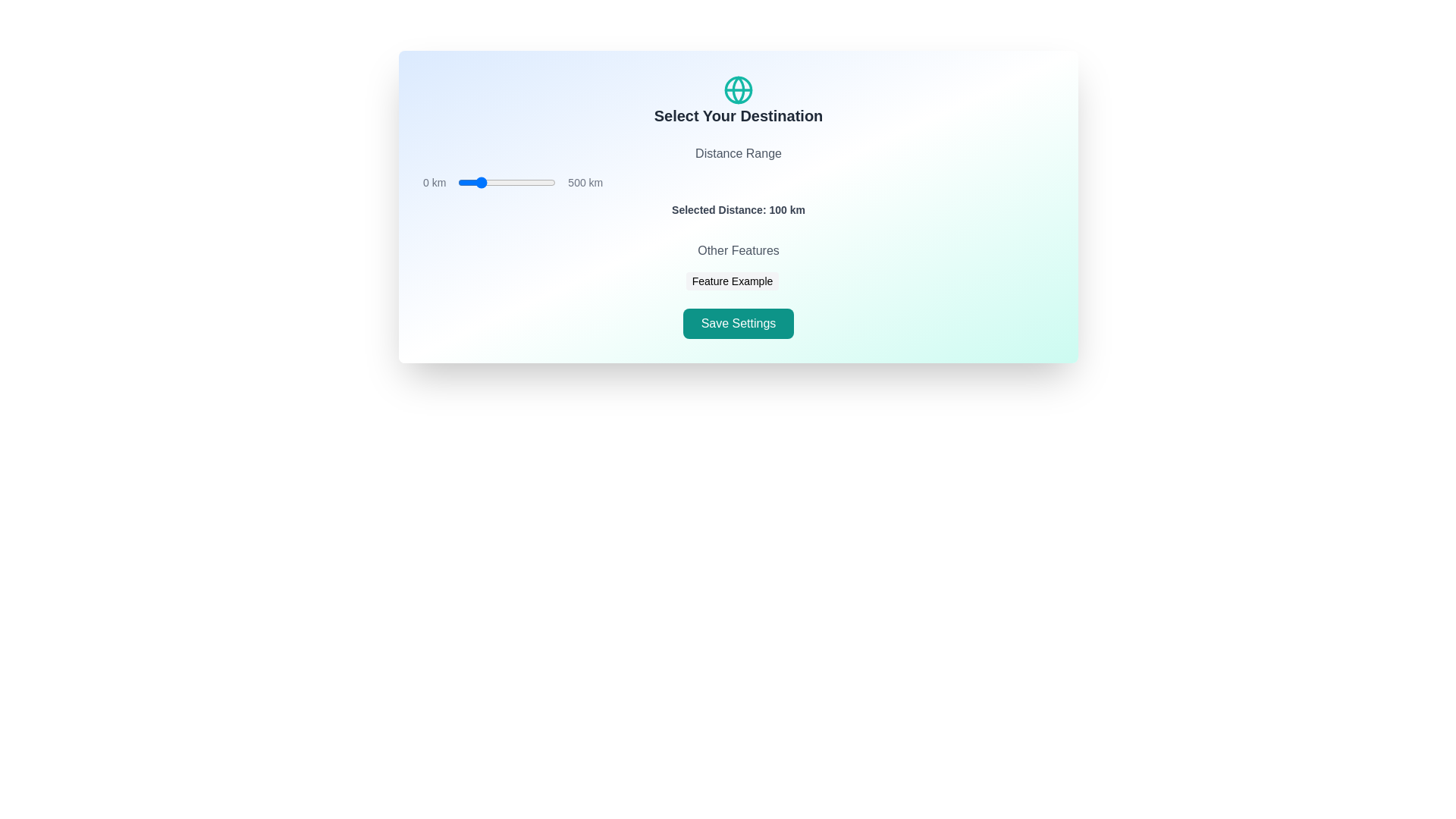  I want to click on the 'Save Settings' button to save the current configuration, so click(739, 323).